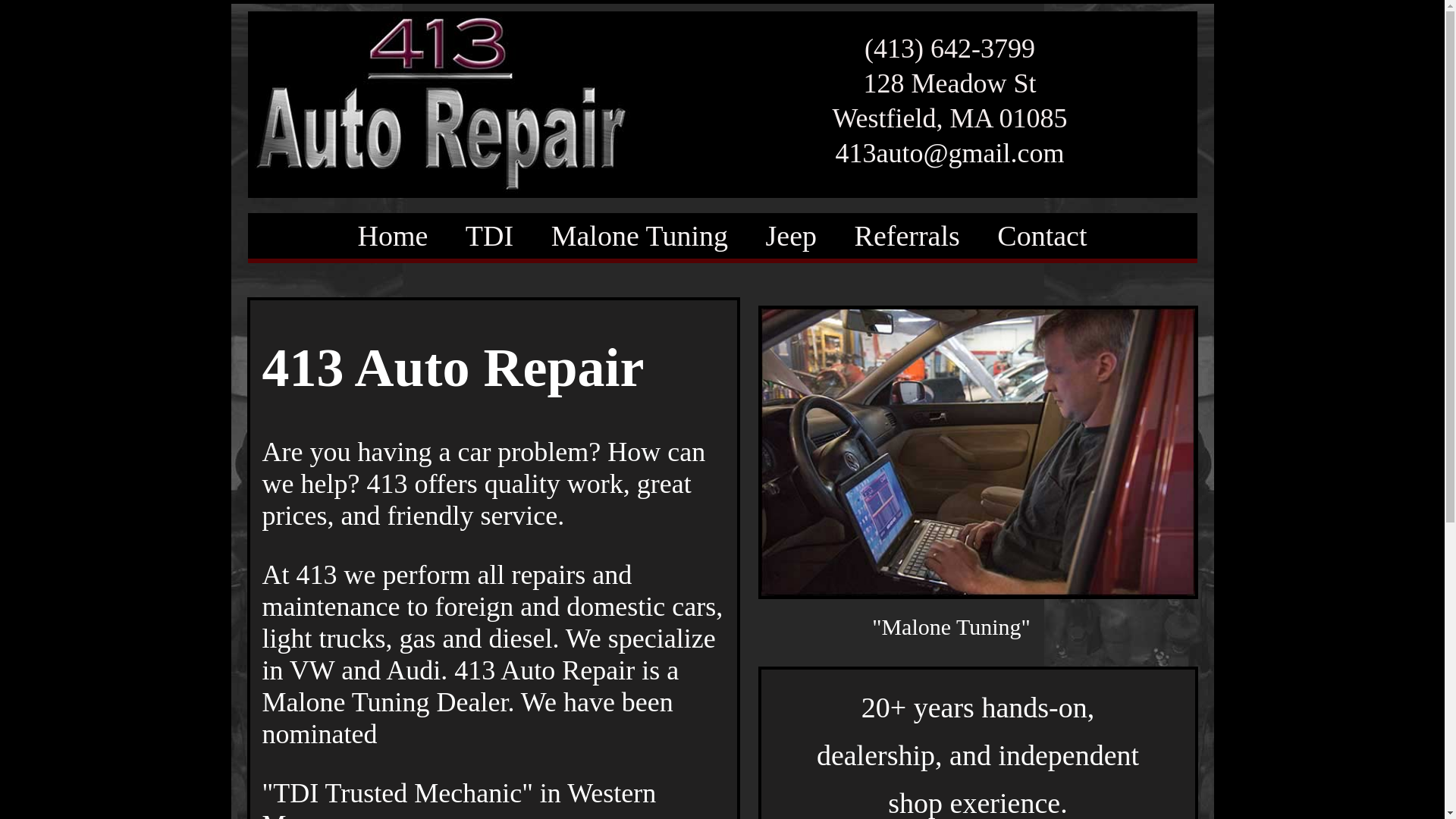 This screenshot has height=819, width=1456. Describe the element at coordinates (949, 152) in the screenshot. I see `'413auto@gmail.com'` at that location.